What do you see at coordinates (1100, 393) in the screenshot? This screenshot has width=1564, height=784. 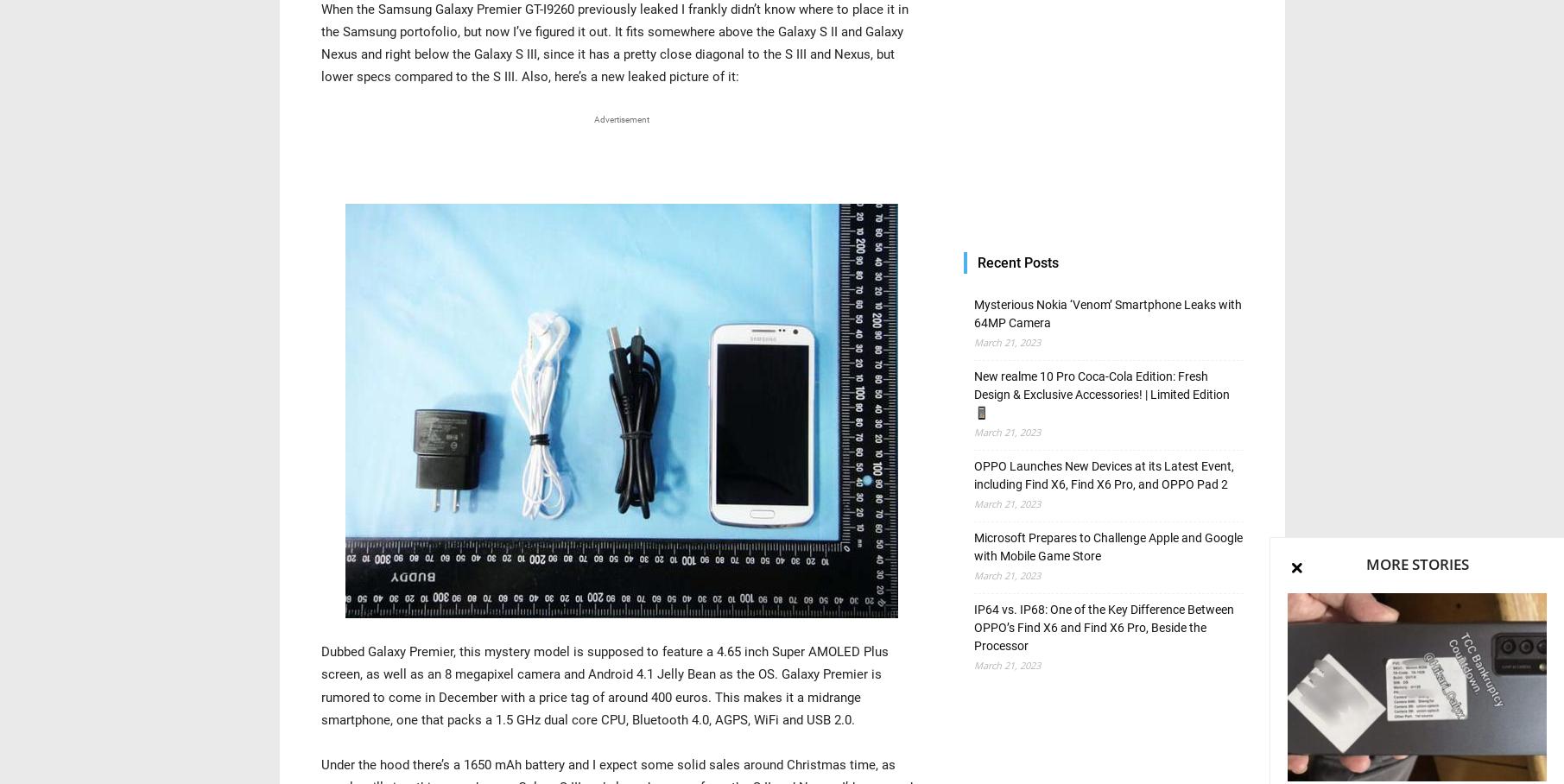 I see `'New realme 10 Pro Coca-Cola Edition: Fresh Design & Exclusive Accessories! | Limited Edition 📱'` at bounding box center [1100, 393].